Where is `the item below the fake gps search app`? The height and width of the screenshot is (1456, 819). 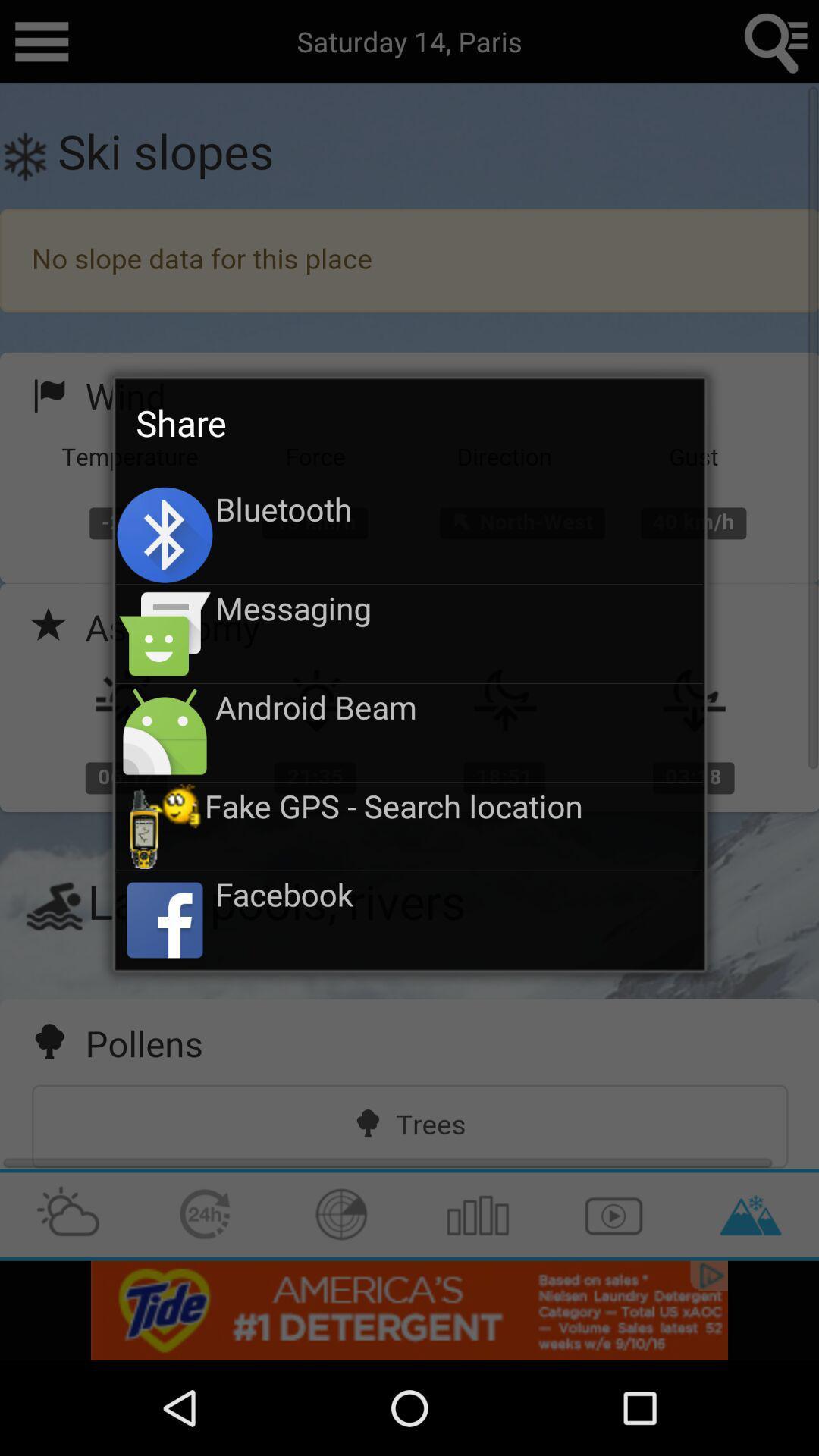
the item below the fake gps search app is located at coordinates (458, 894).